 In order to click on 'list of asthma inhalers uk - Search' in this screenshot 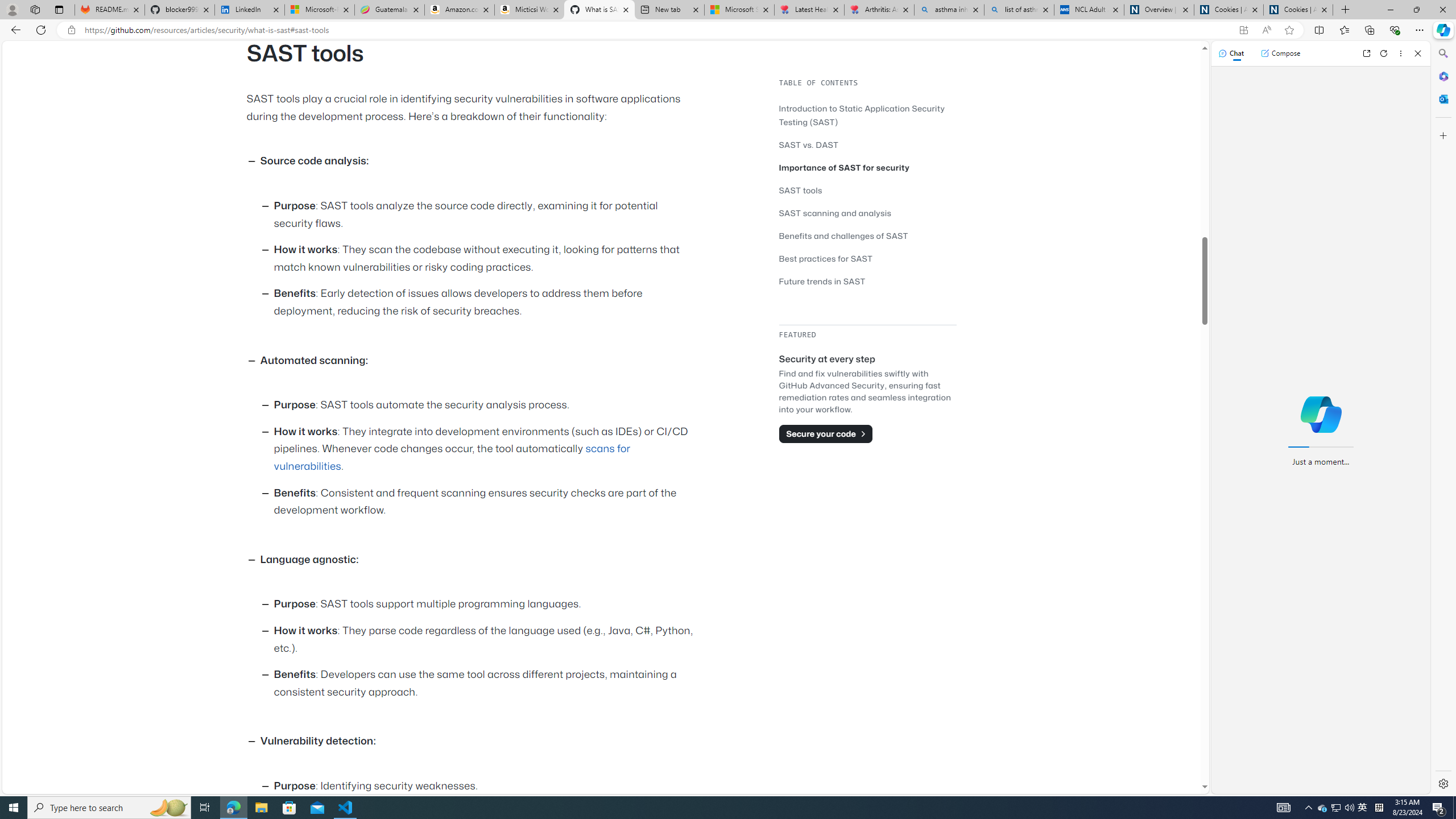, I will do `click(1019, 9)`.